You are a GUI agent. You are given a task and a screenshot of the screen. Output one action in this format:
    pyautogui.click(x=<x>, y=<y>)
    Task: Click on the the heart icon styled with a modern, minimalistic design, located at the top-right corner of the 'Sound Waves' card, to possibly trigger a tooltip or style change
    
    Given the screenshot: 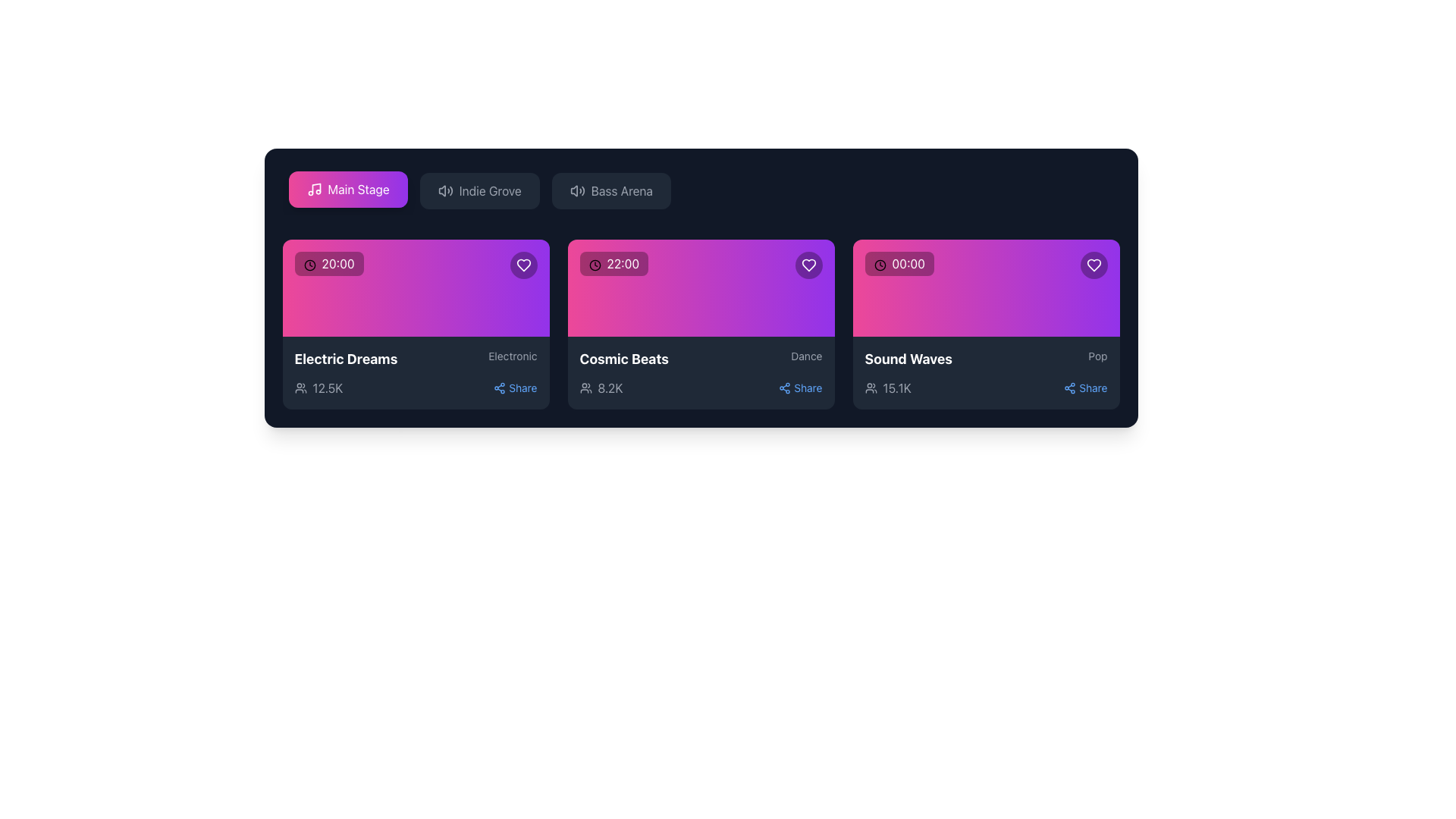 What is the action you would take?
    pyautogui.click(x=1094, y=265)
    